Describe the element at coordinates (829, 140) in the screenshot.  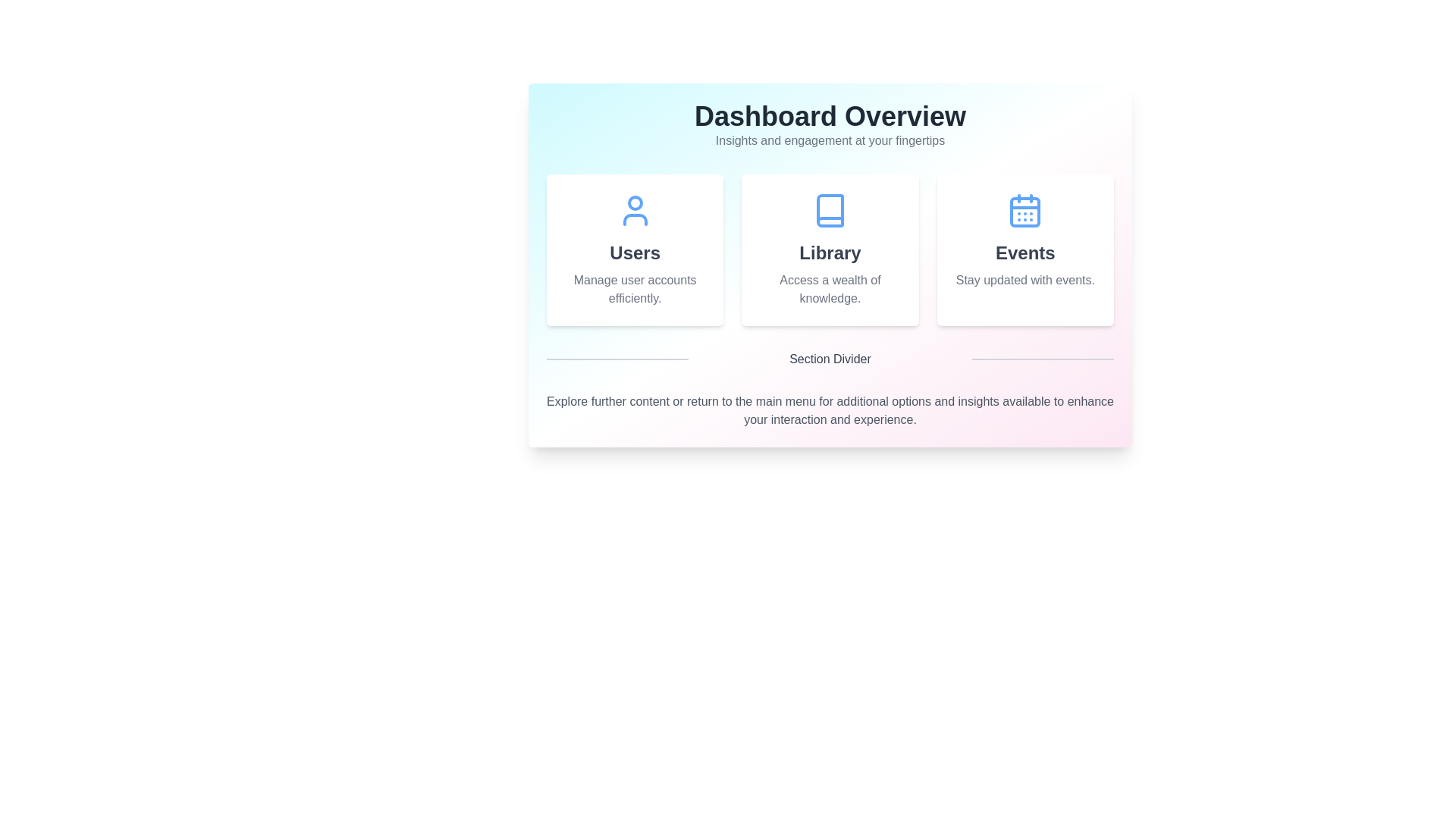
I see `text label that says 'Insights and engagement at your fingertips', which is styled in gray font and located below the 'Dashboard Overview' title` at that location.